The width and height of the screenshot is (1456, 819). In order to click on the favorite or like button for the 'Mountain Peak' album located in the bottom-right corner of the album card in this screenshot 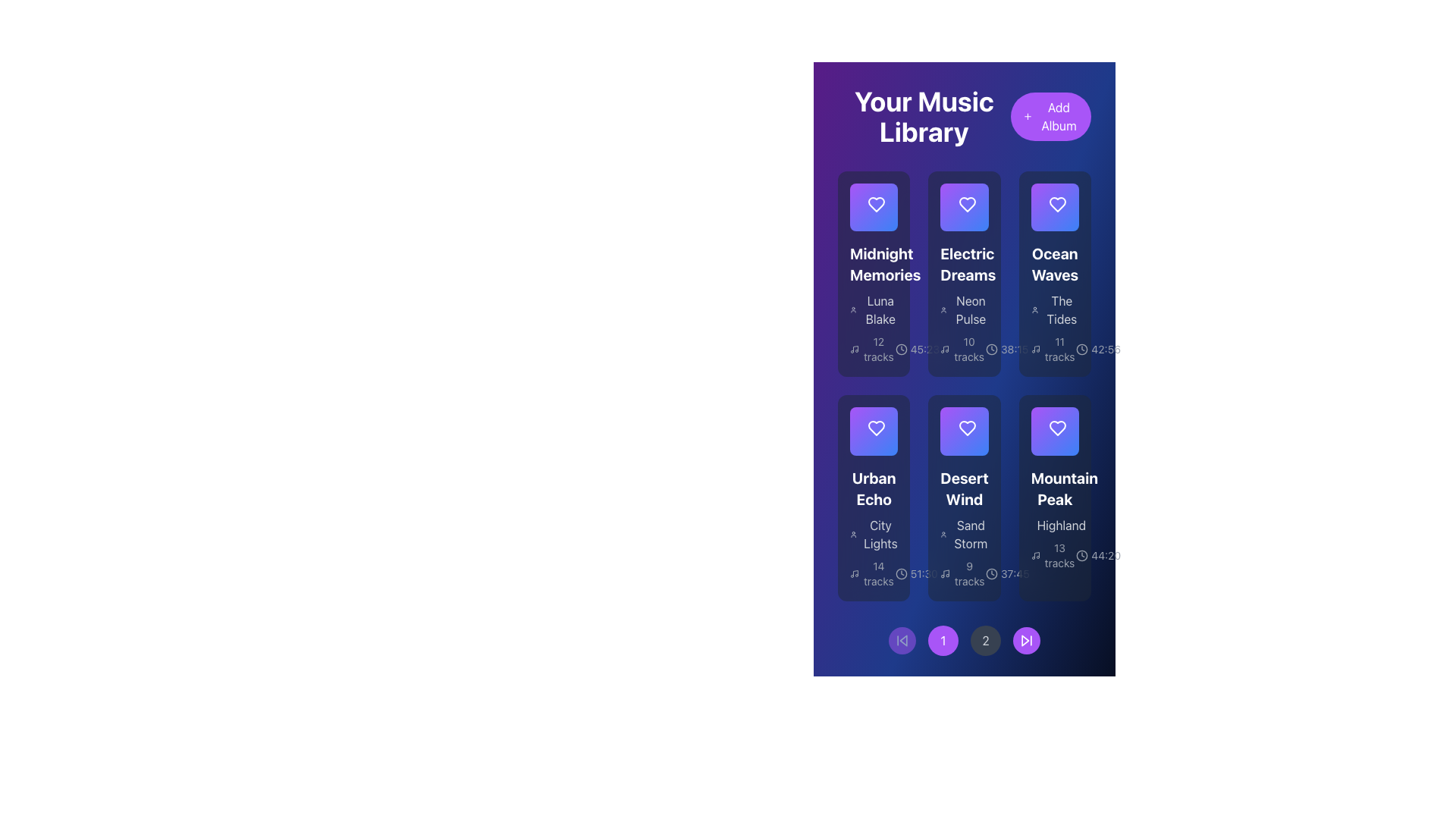, I will do `click(1054, 431)`.